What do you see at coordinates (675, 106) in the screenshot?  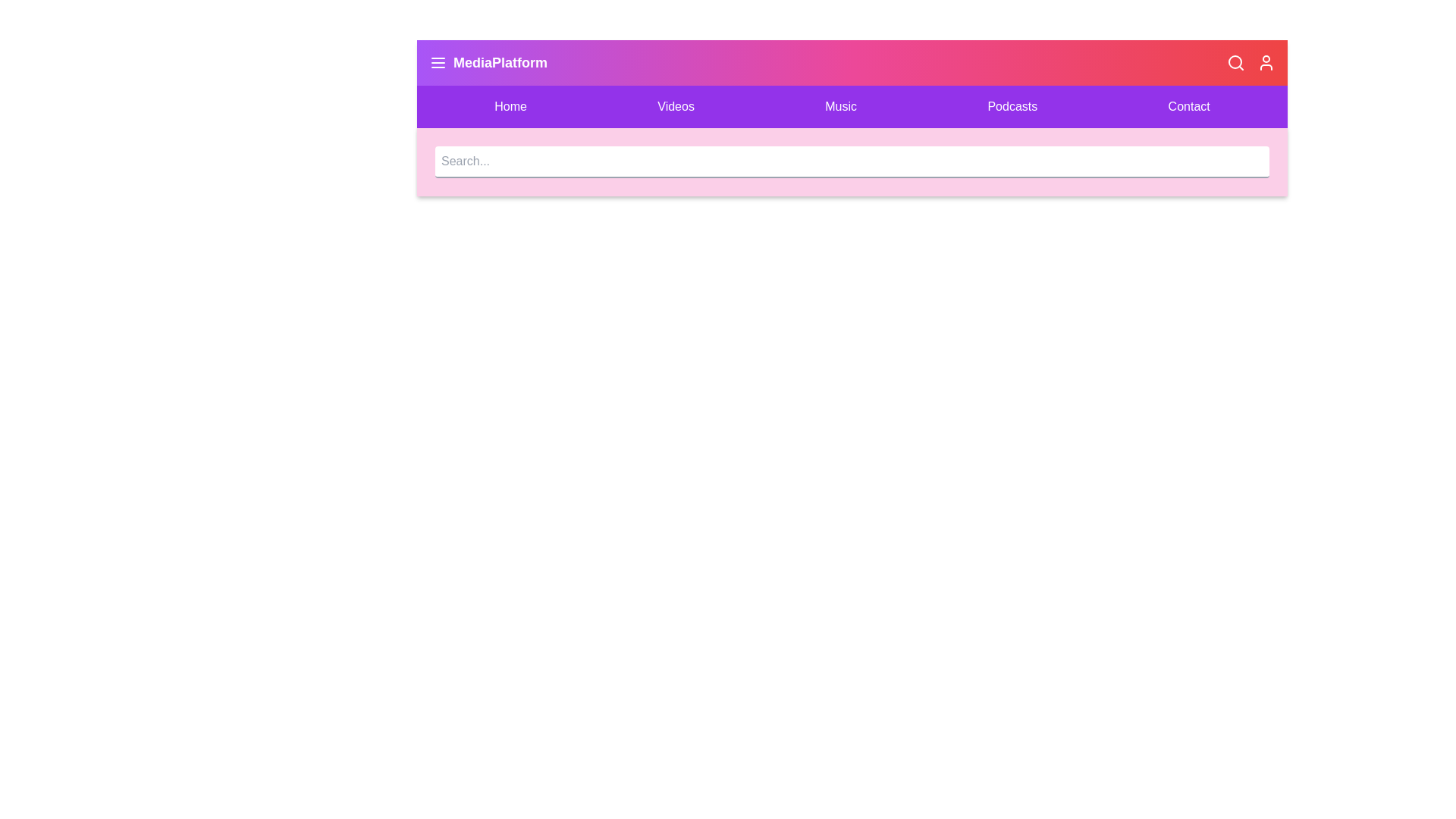 I see `the Videos menu item to navigate to the corresponding section` at bounding box center [675, 106].